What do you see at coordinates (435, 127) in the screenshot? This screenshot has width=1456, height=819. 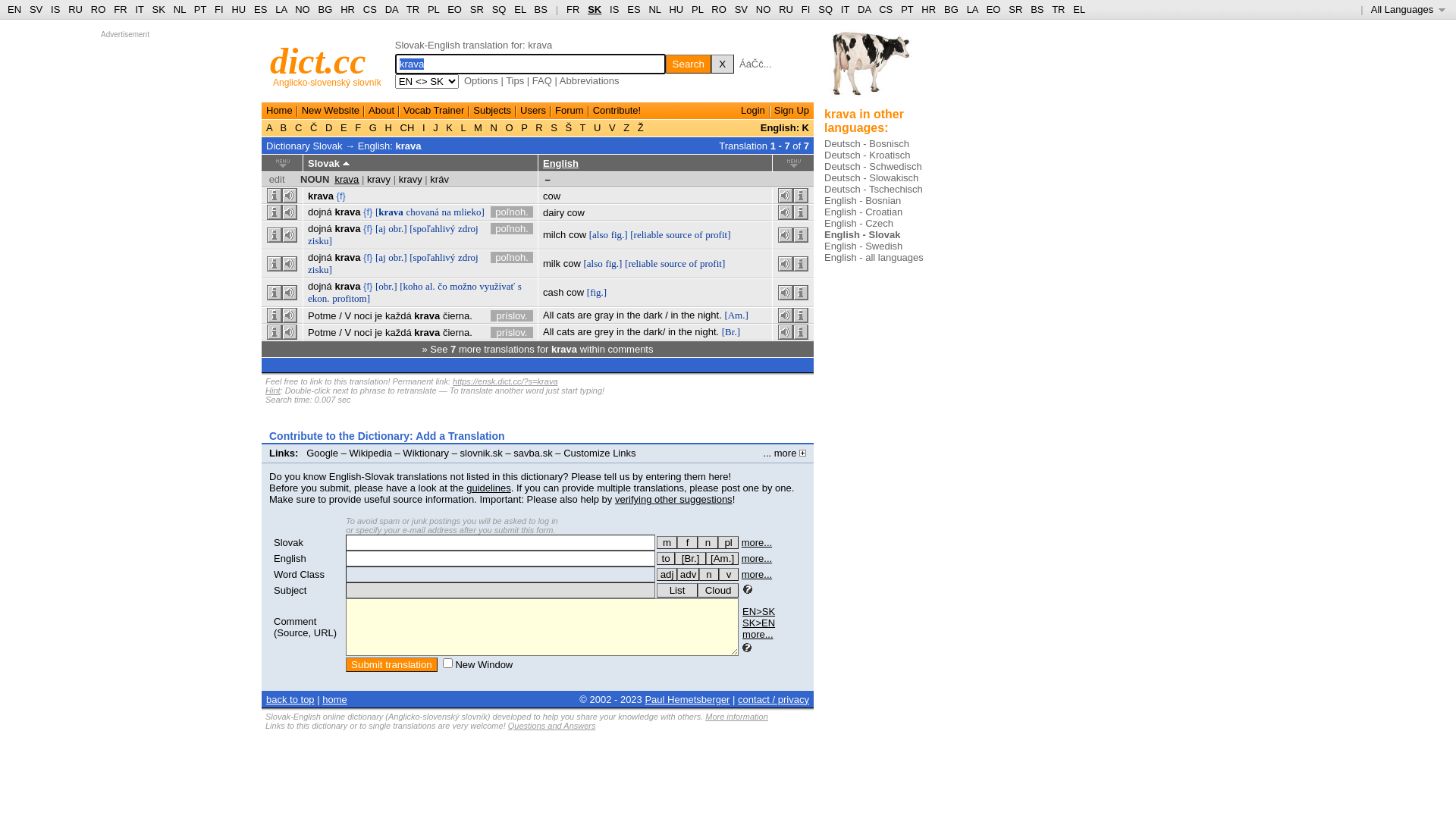 I see `'J'` at bounding box center [435, 127].